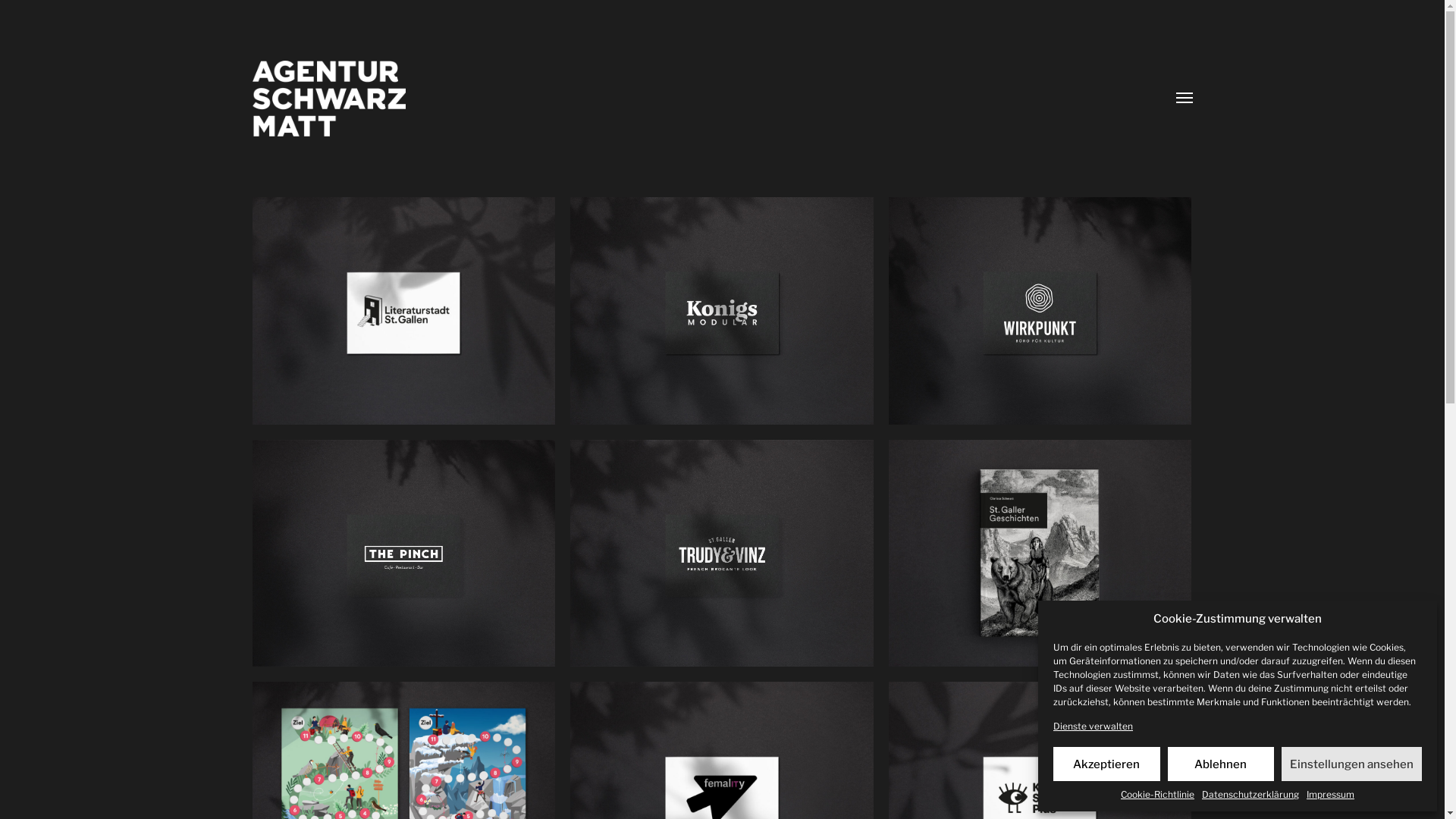 The height and width of the screenshot is (819, 1456). I want to click on 'Ablehnen', so click(1167, 764).